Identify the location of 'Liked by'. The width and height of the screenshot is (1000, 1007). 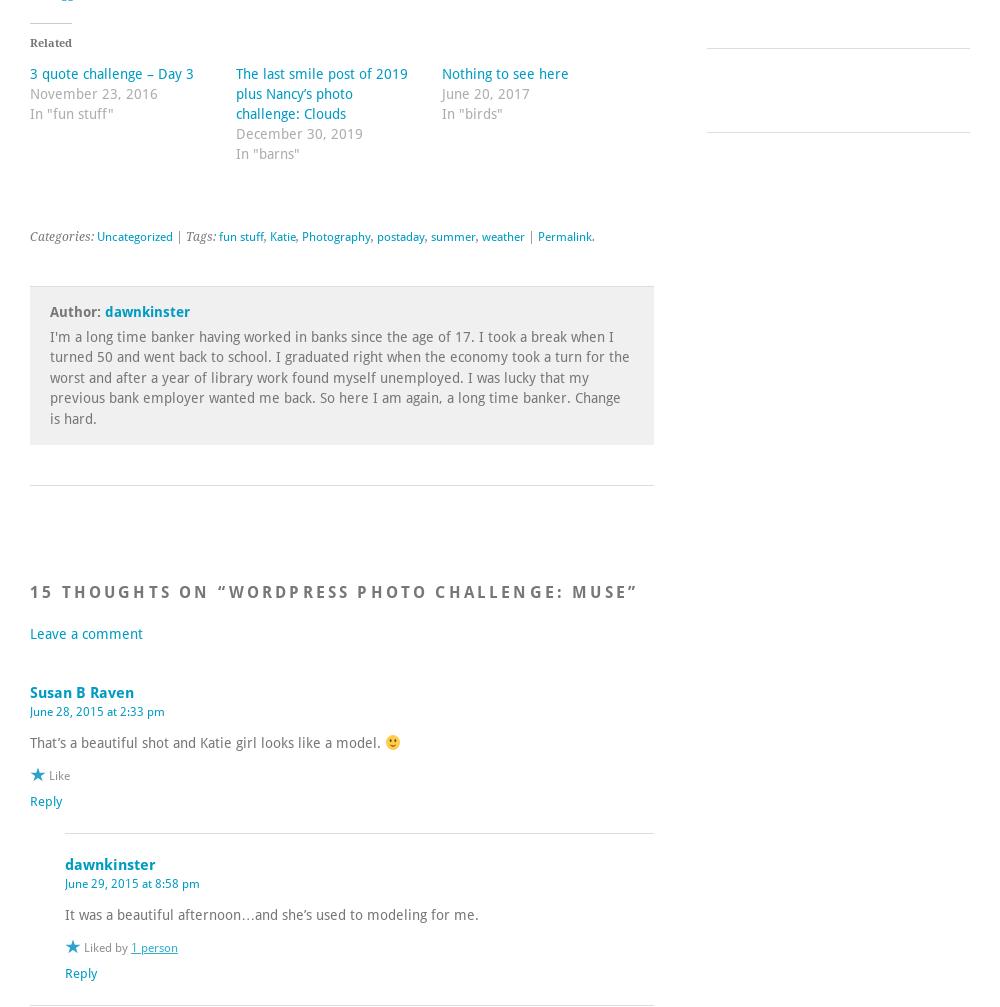
(106, 945).